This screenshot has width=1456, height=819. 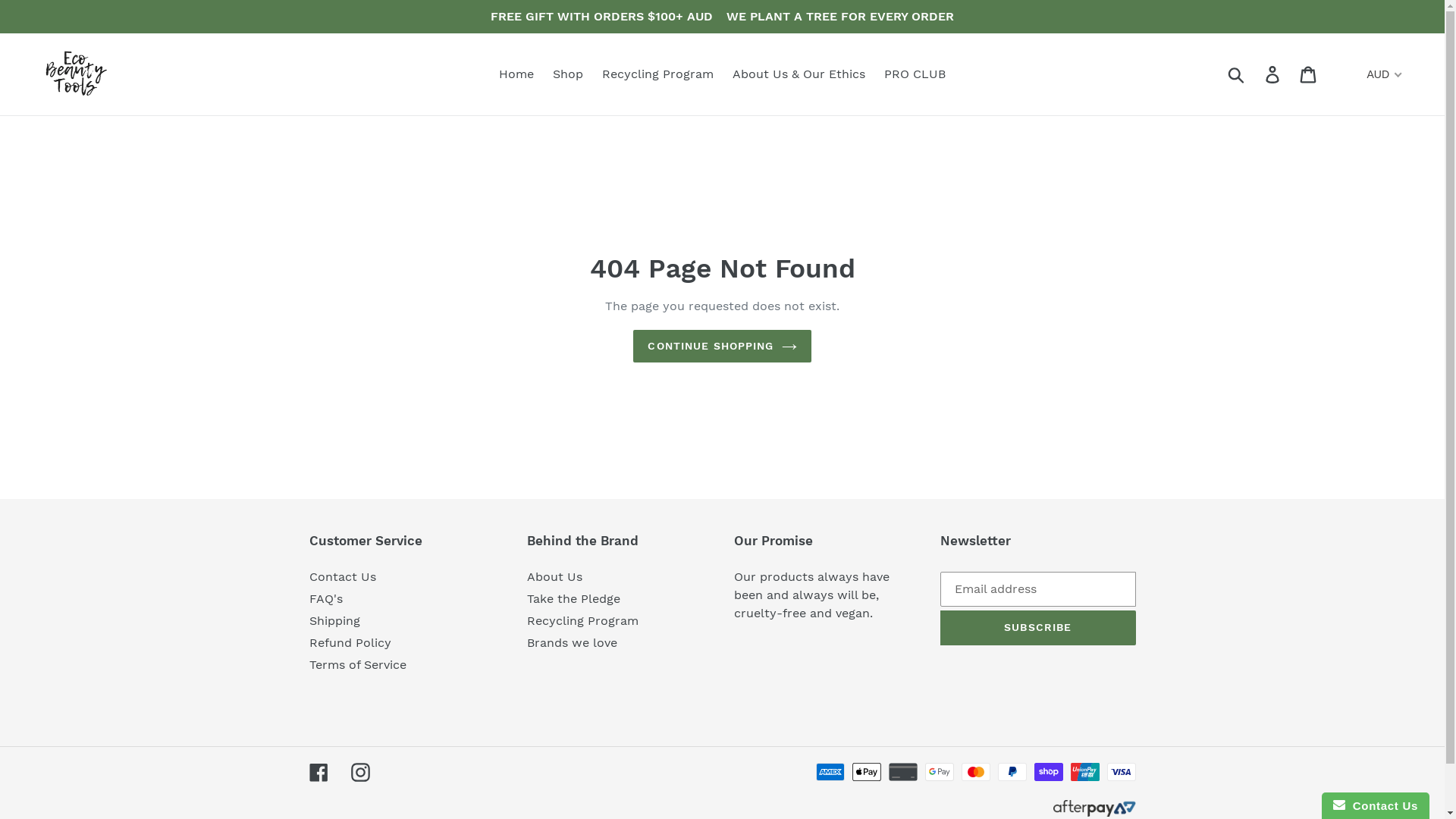 What do you see at coordinates (349, 642) in the screenshot?
I see `'Refund Policy'` at bounding box center [349, 642].